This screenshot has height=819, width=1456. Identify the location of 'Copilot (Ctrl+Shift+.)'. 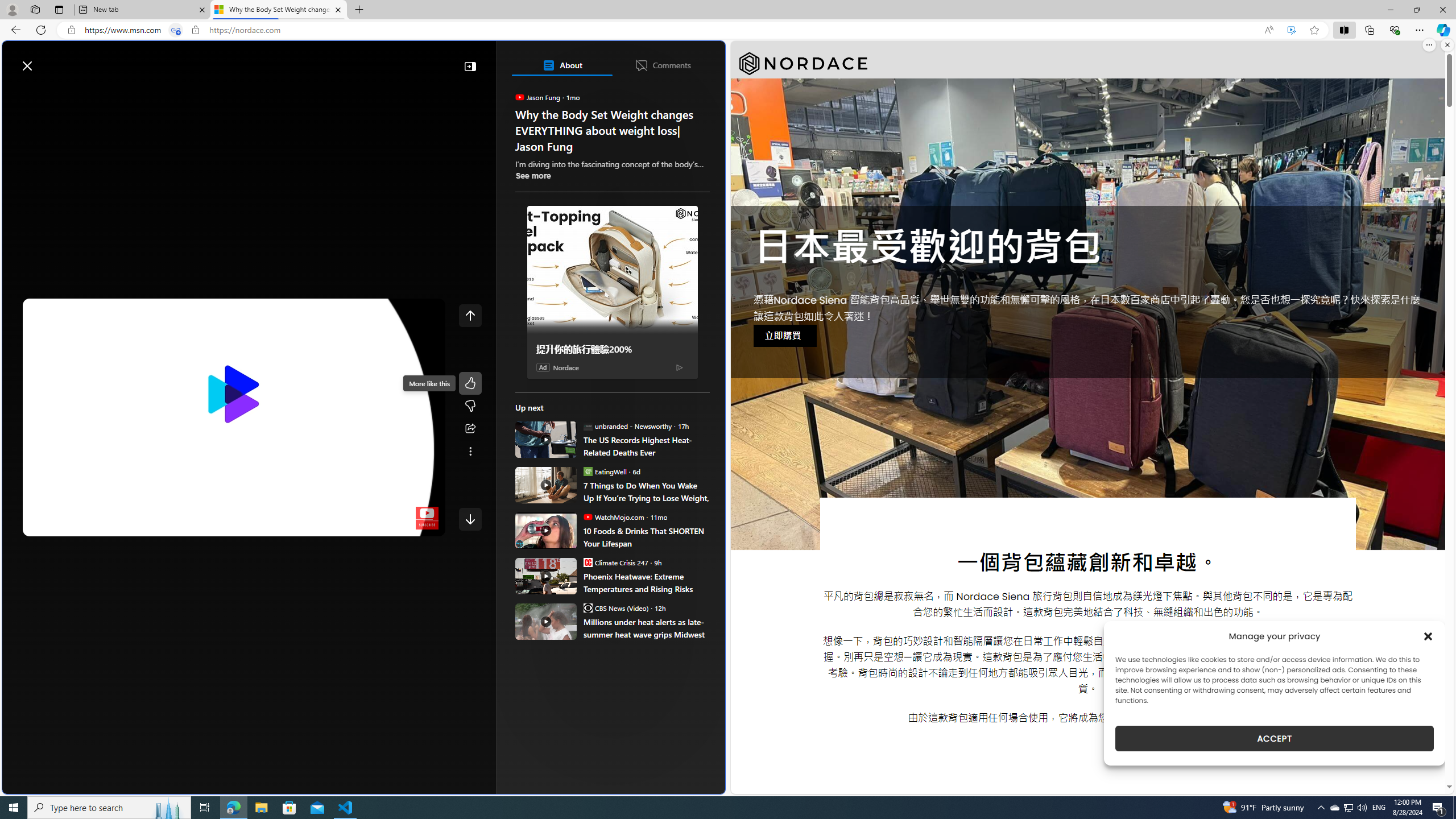
(1442, 29).